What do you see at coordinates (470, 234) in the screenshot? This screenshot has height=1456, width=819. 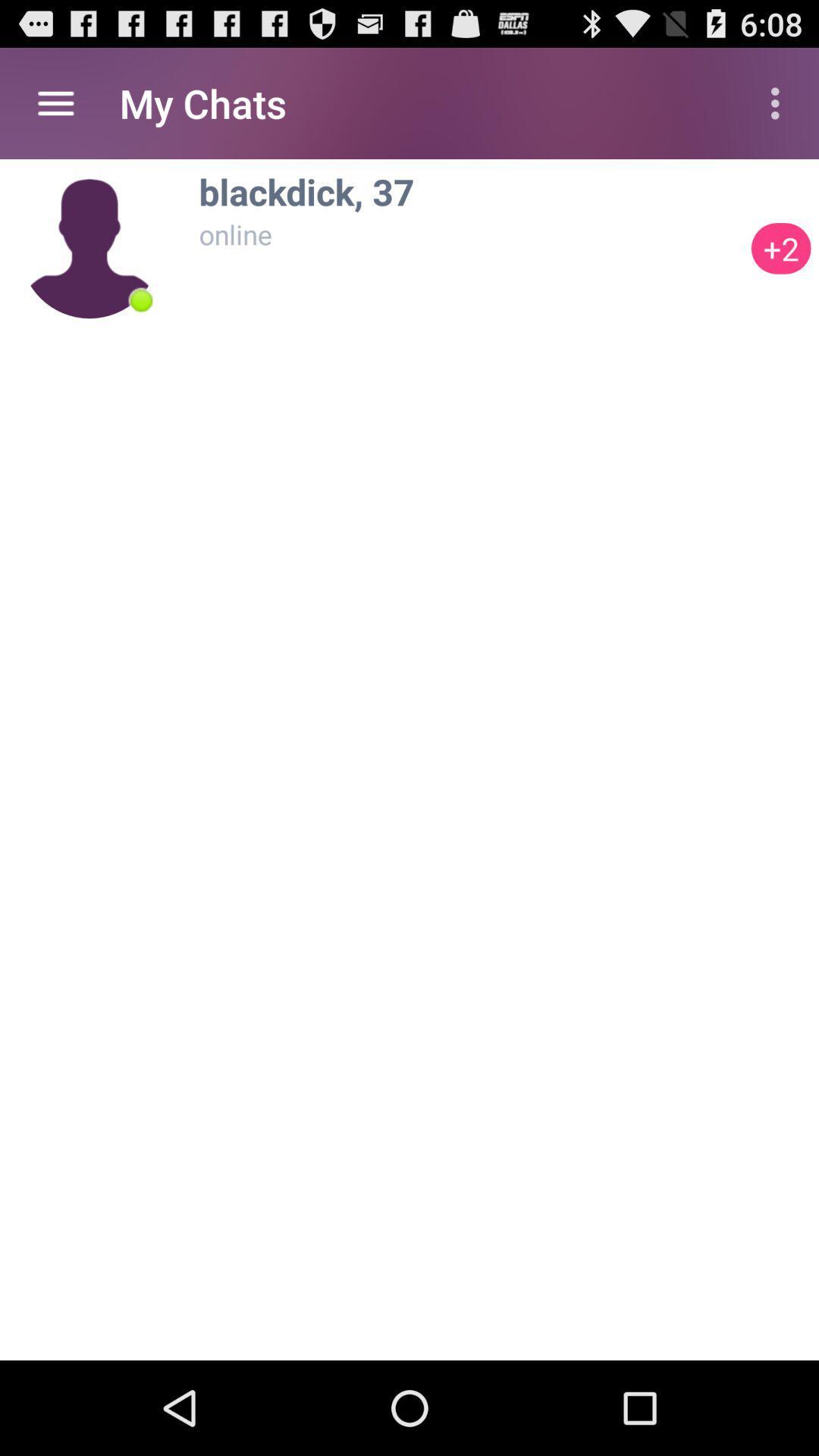 I see `the online item` at bounding box center [470, 234].